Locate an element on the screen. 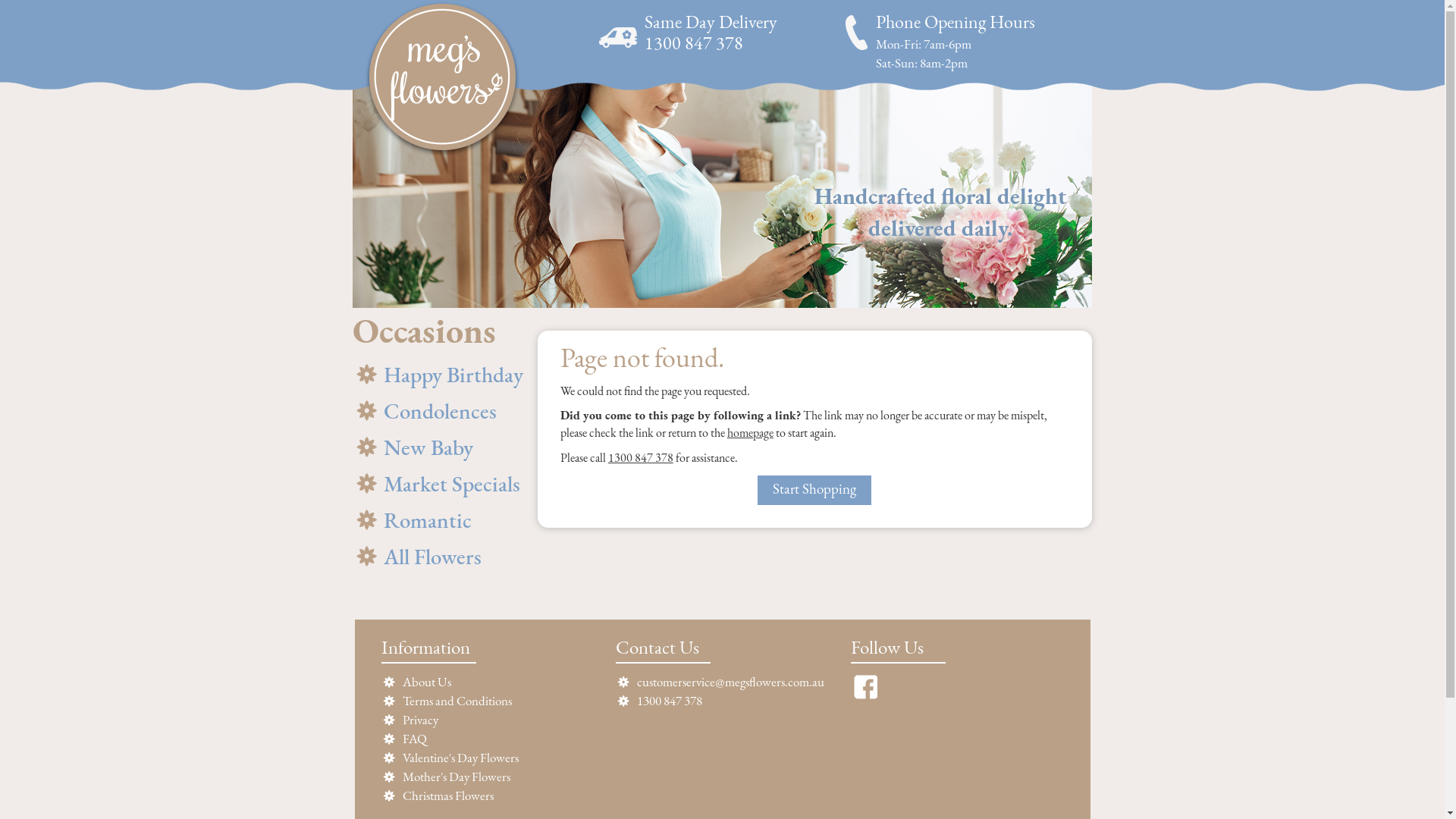 The image size is (1456, 819). 'Privacy' is located at coordinates (419, 720).